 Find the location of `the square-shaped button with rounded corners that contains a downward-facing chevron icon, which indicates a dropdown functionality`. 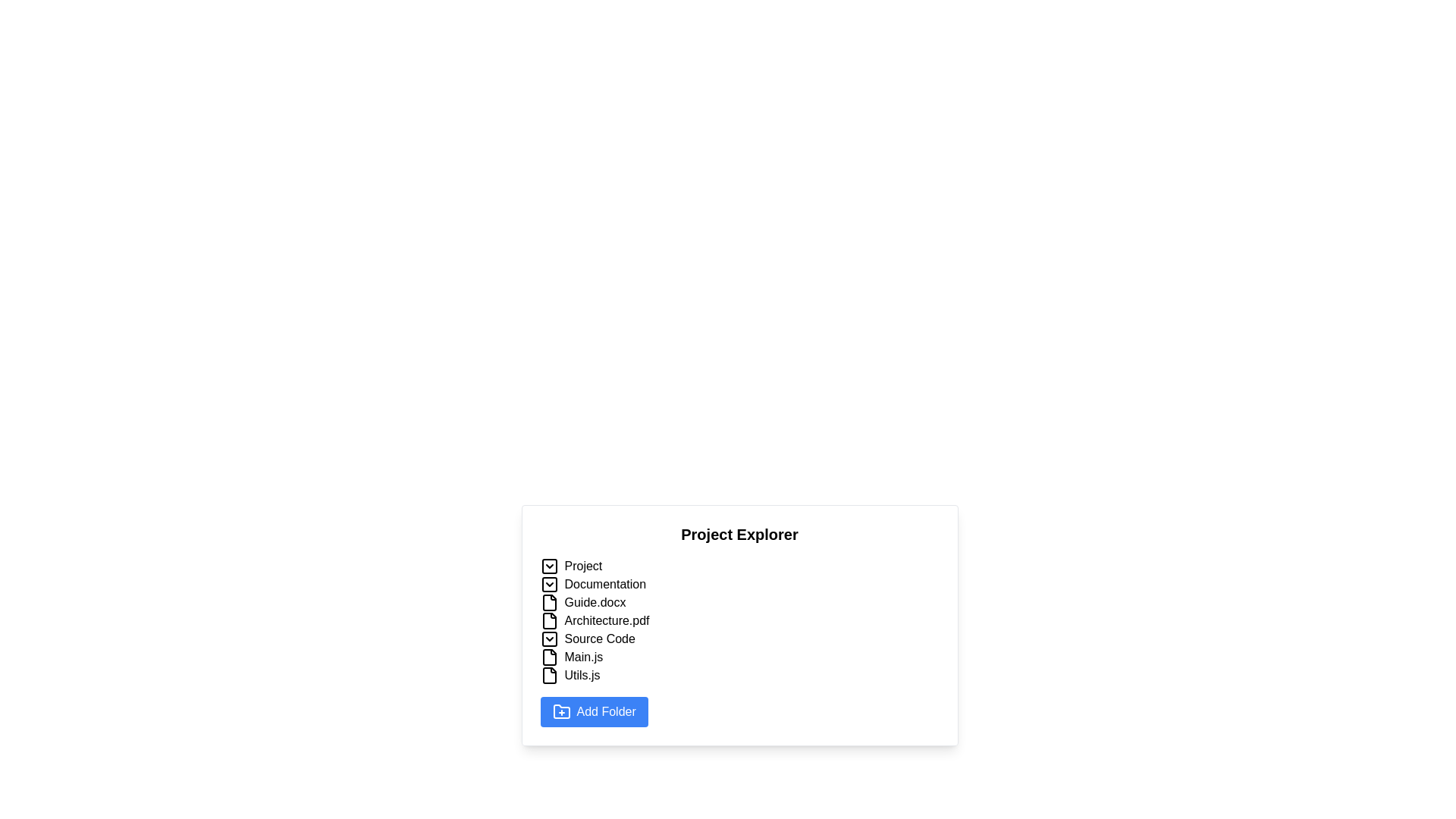

the square-shaped button with rounded corners that contains a downward-facing chevron icon, which indicates a dropdown functionality is located at coordinates (548, 639).